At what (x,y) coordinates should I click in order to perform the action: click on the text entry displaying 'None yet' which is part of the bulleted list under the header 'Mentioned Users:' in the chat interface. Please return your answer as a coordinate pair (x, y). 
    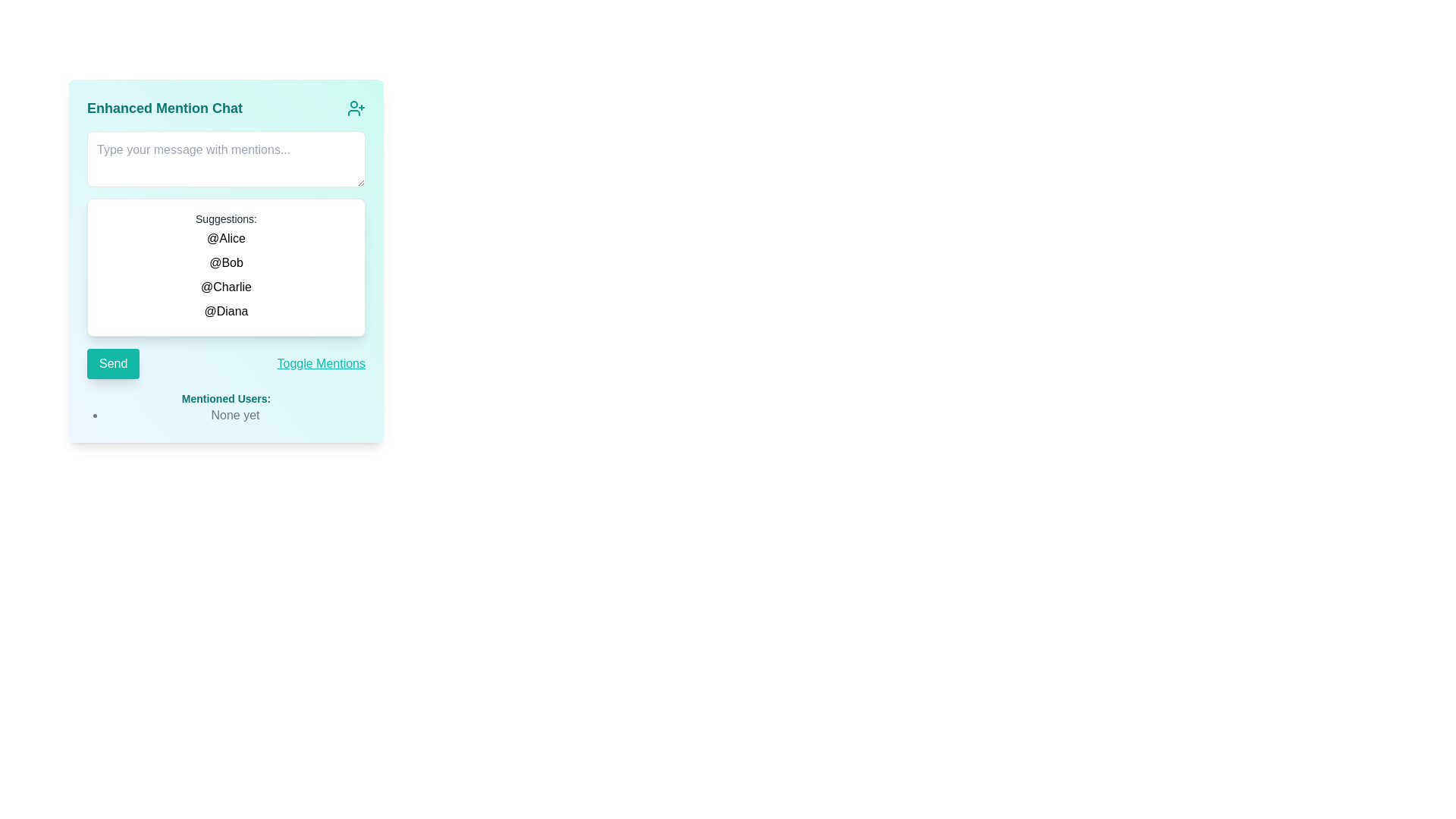
    Looking at the image, I should click on (234, 415).